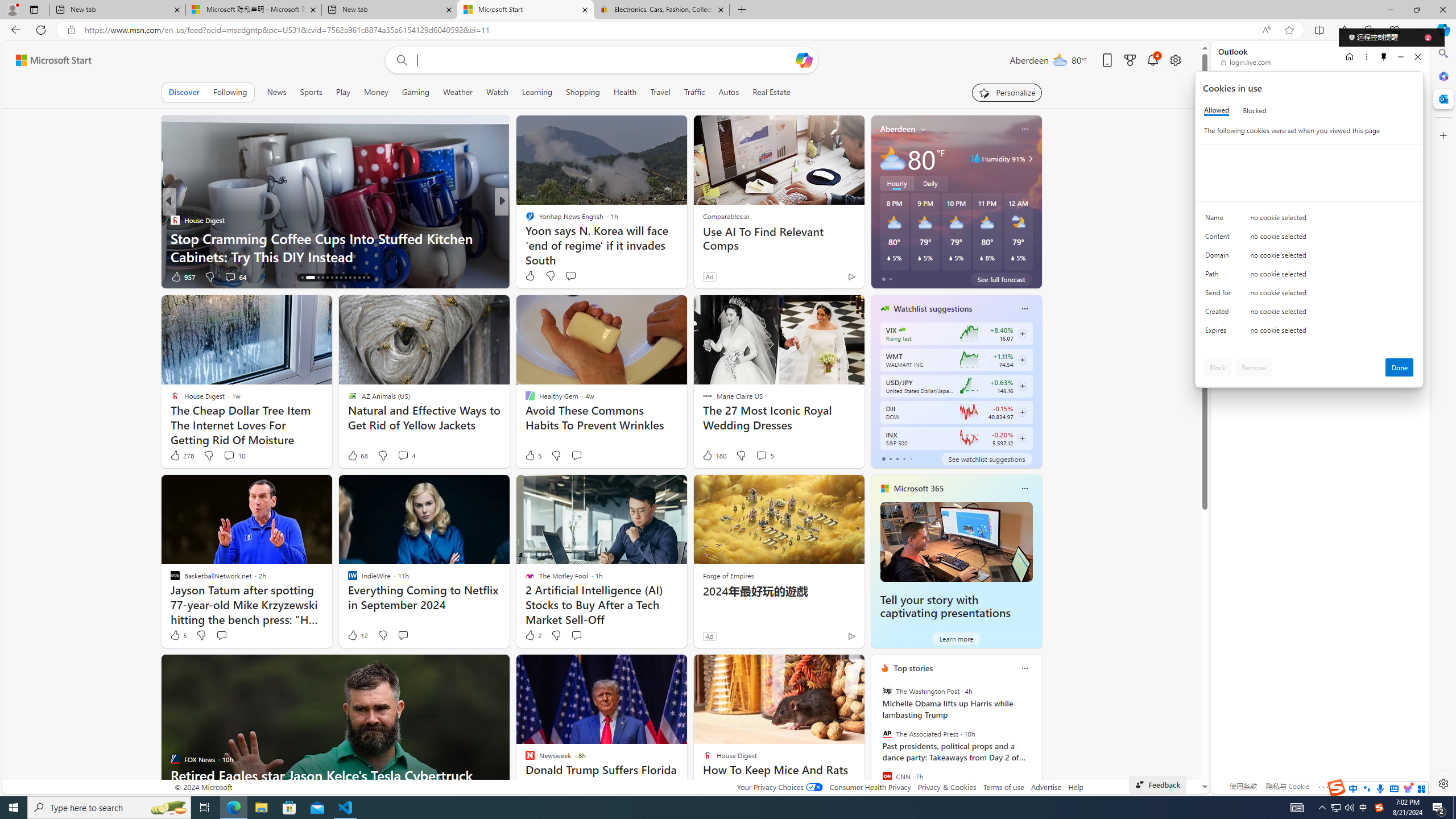 Image resolution: width=1456 pixels, height=819 pixels. I want to click on 'My location', so click(923, 128).